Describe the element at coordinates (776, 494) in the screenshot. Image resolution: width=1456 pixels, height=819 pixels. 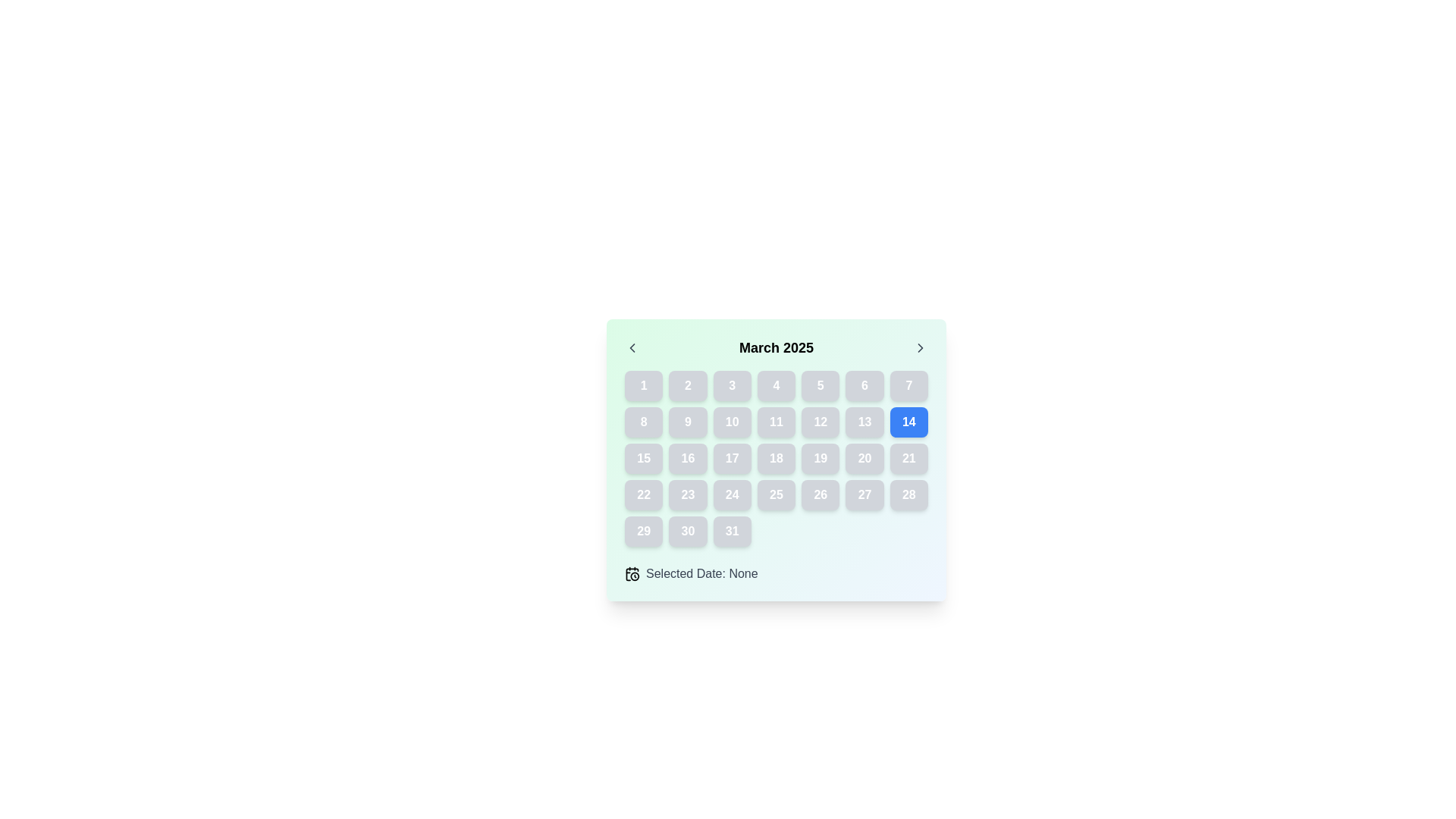
I see `the button representing the 25th day of March 2025 in the calendar` at that location.